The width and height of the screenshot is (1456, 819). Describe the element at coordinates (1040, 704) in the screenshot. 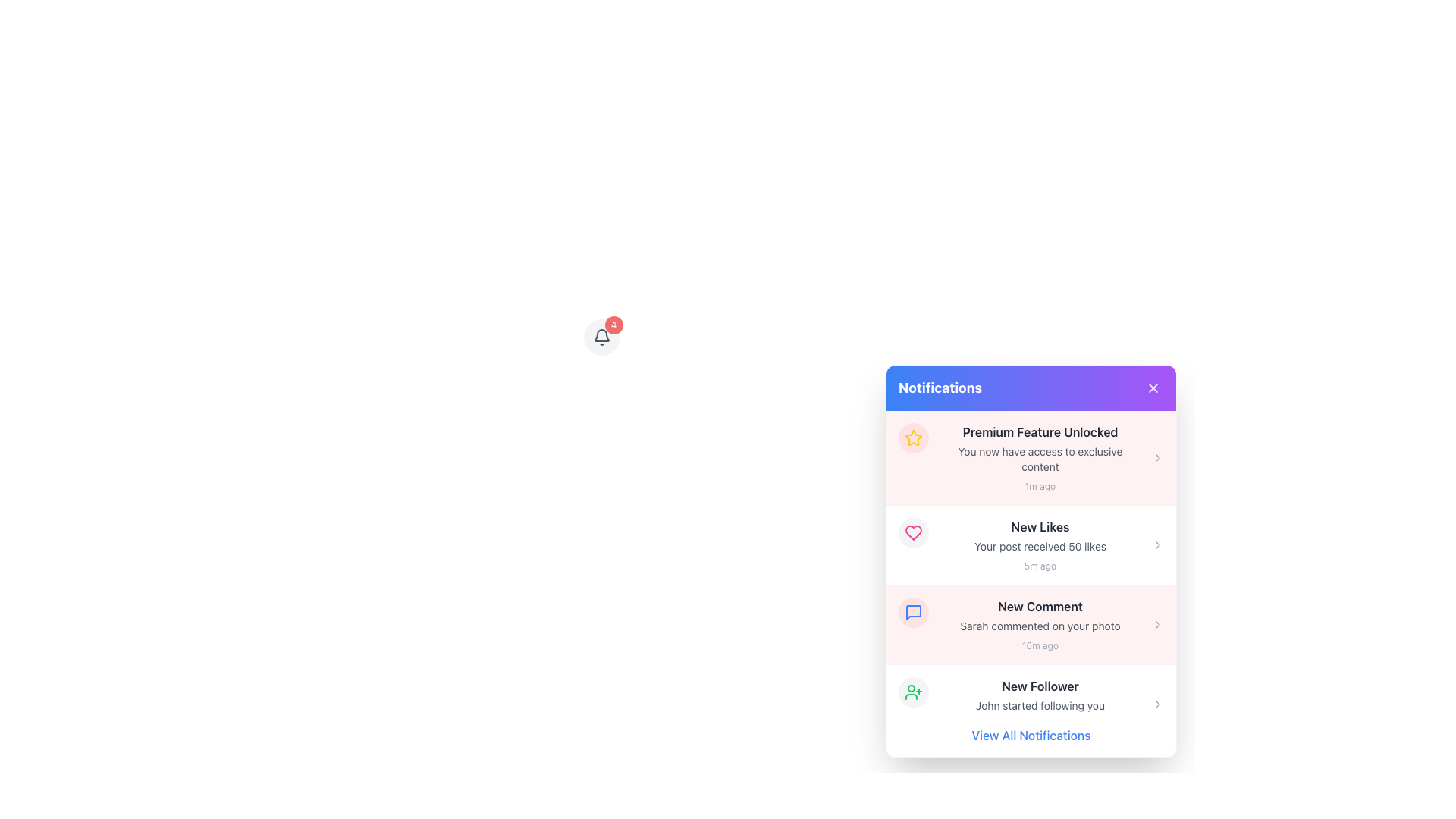

I see `the notification entry that informs the user that 'John' has started following them, which is the fourth item in the notification panel` at that location.